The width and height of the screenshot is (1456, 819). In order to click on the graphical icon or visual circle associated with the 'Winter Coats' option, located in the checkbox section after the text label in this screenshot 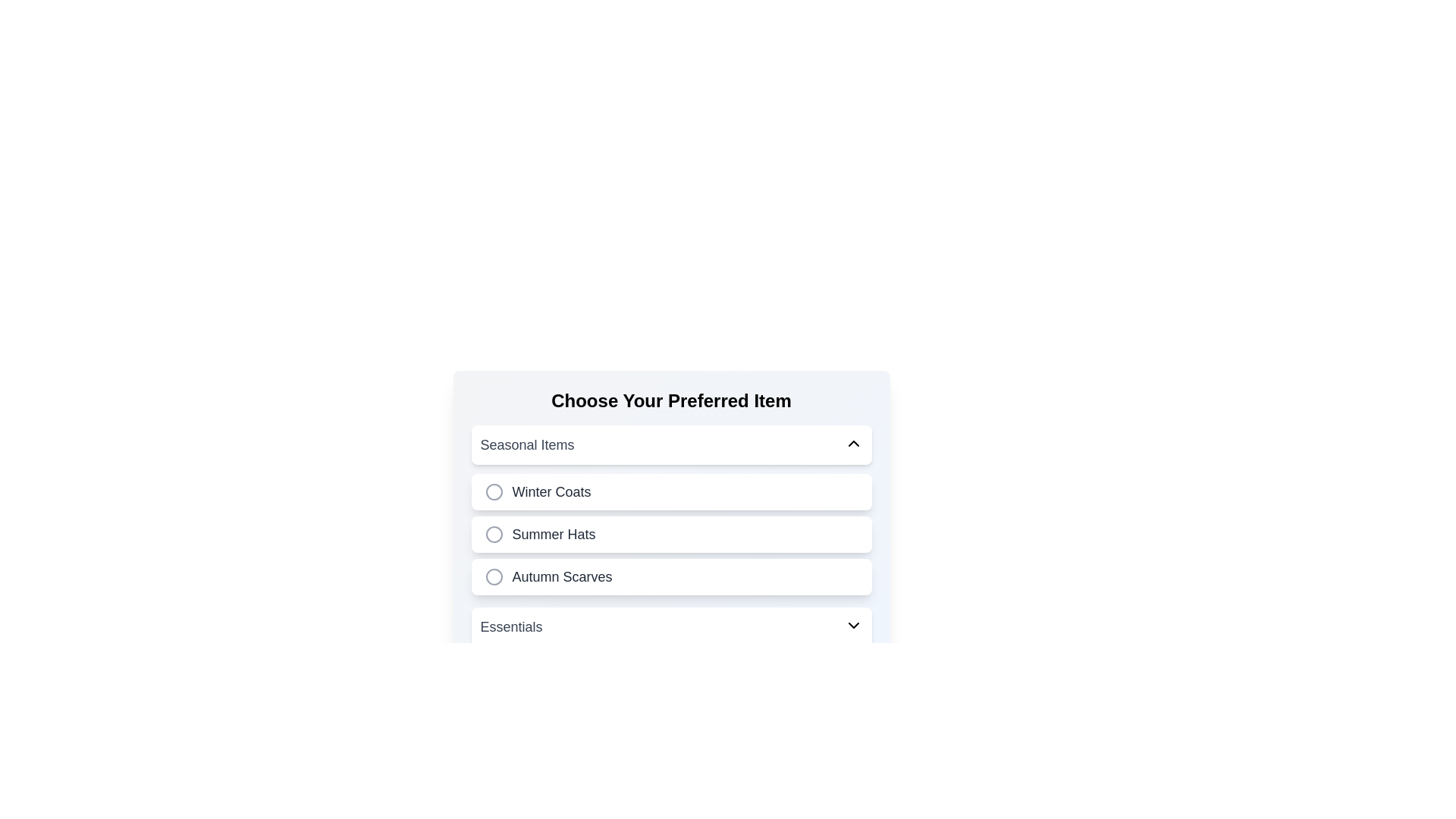, I will do `click(494, 491)`.